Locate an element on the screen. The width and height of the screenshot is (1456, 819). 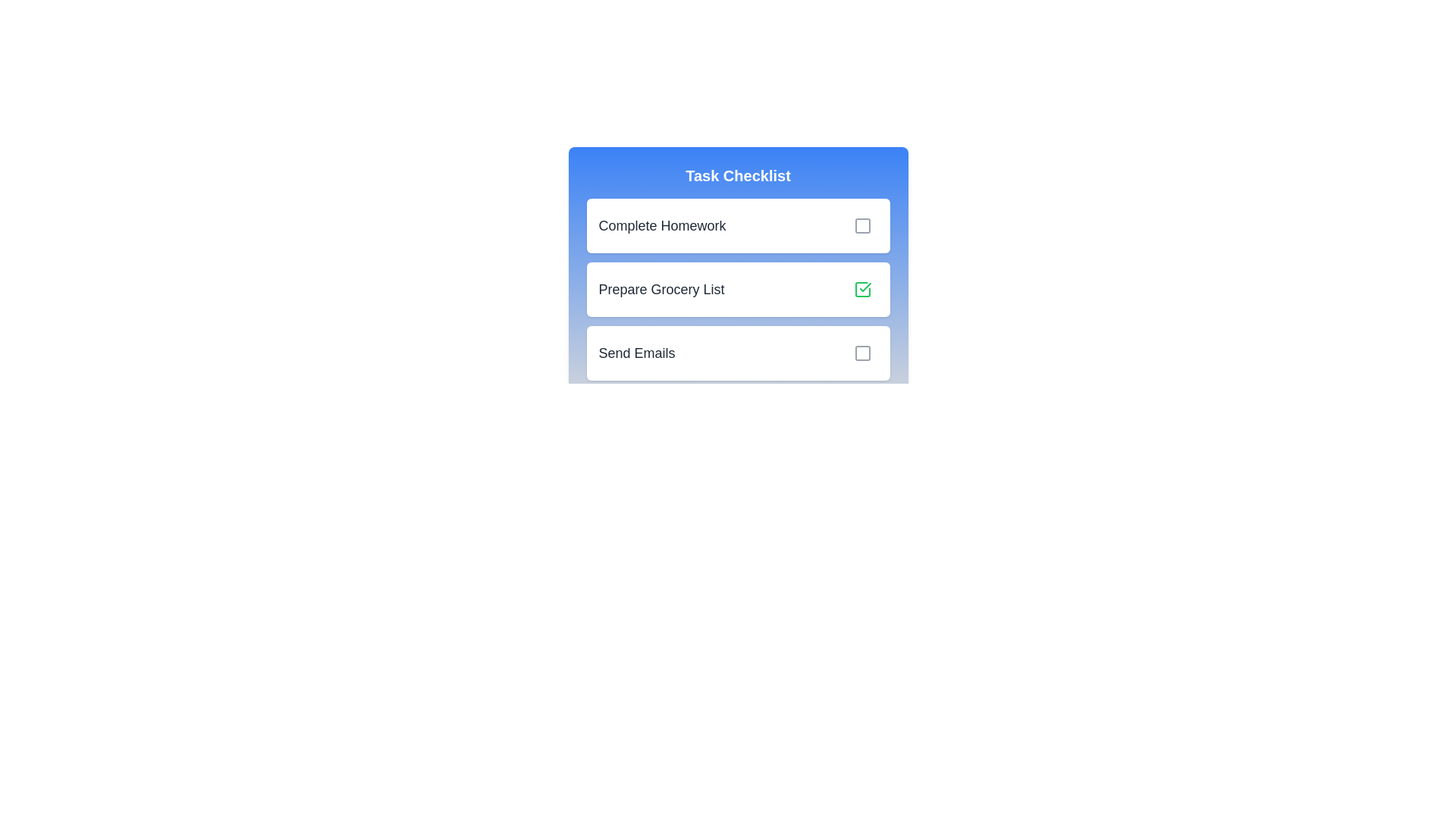
the button corresponding to Send Emails is located at coordinates (862, 353).